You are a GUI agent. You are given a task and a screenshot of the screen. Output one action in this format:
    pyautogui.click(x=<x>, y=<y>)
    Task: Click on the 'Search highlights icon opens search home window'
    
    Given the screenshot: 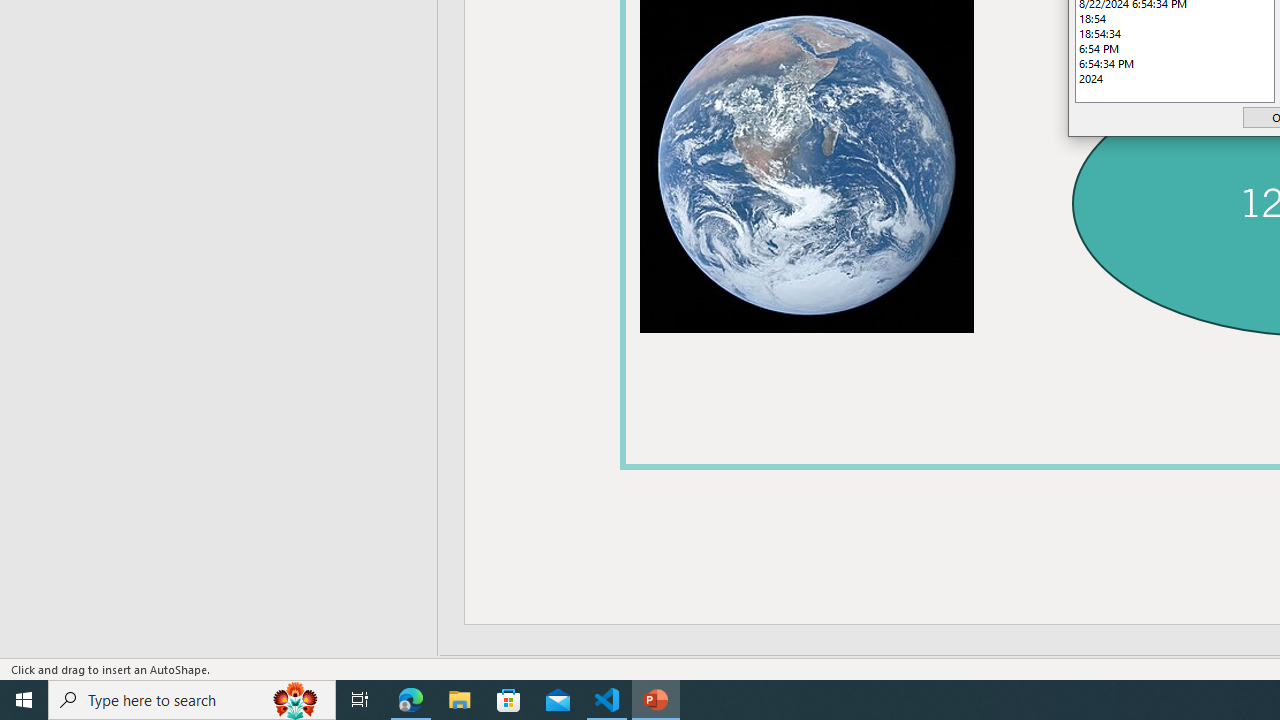 What is the action you would take?
    pyautogui.click(x=294, y=698)
    